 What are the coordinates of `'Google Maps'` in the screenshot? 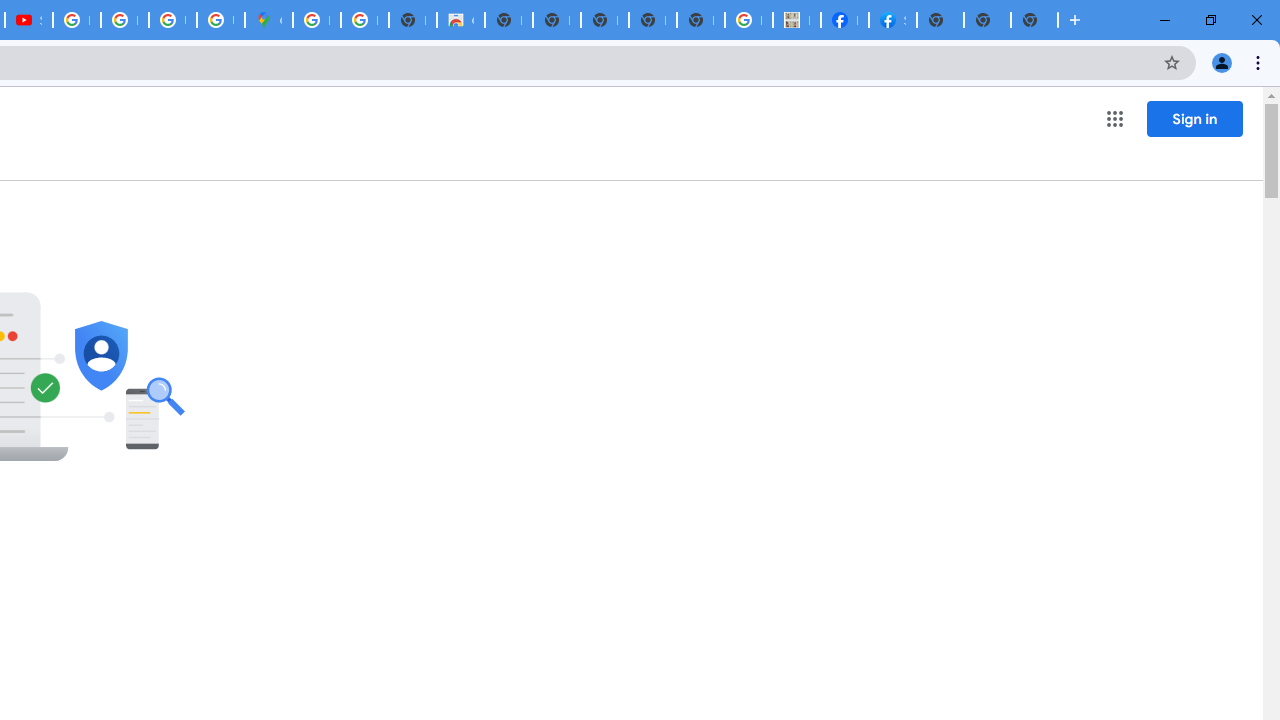 It's located at (267, 20).